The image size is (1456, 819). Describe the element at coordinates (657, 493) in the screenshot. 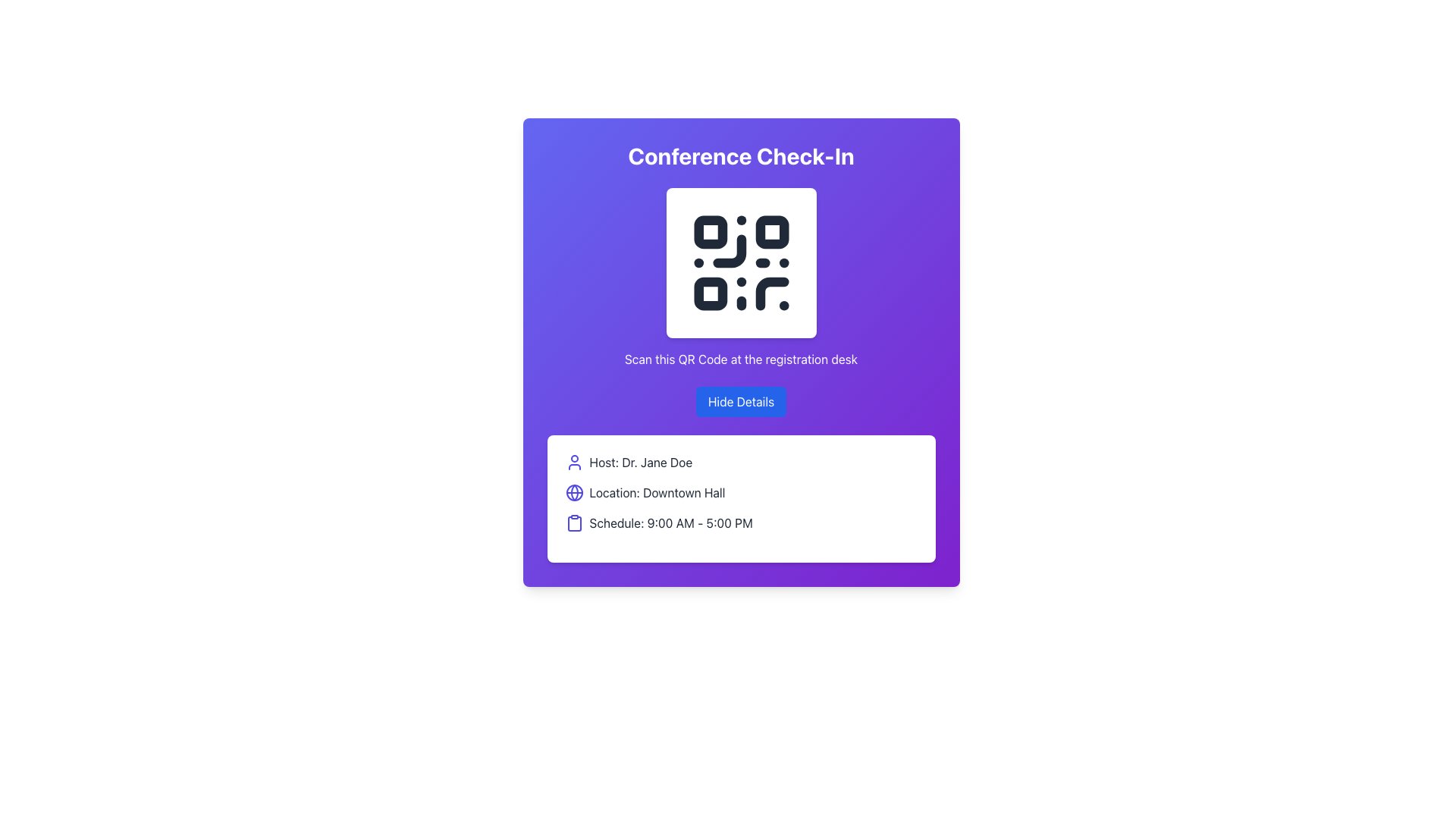

I see `the static text label displaying the location of the event, which indicates 'Downtown Hall', positioned between 'Host: Dr. Jane Doe' and 'Schedule: 9:00 AM - 5:00 PM'` at that location.